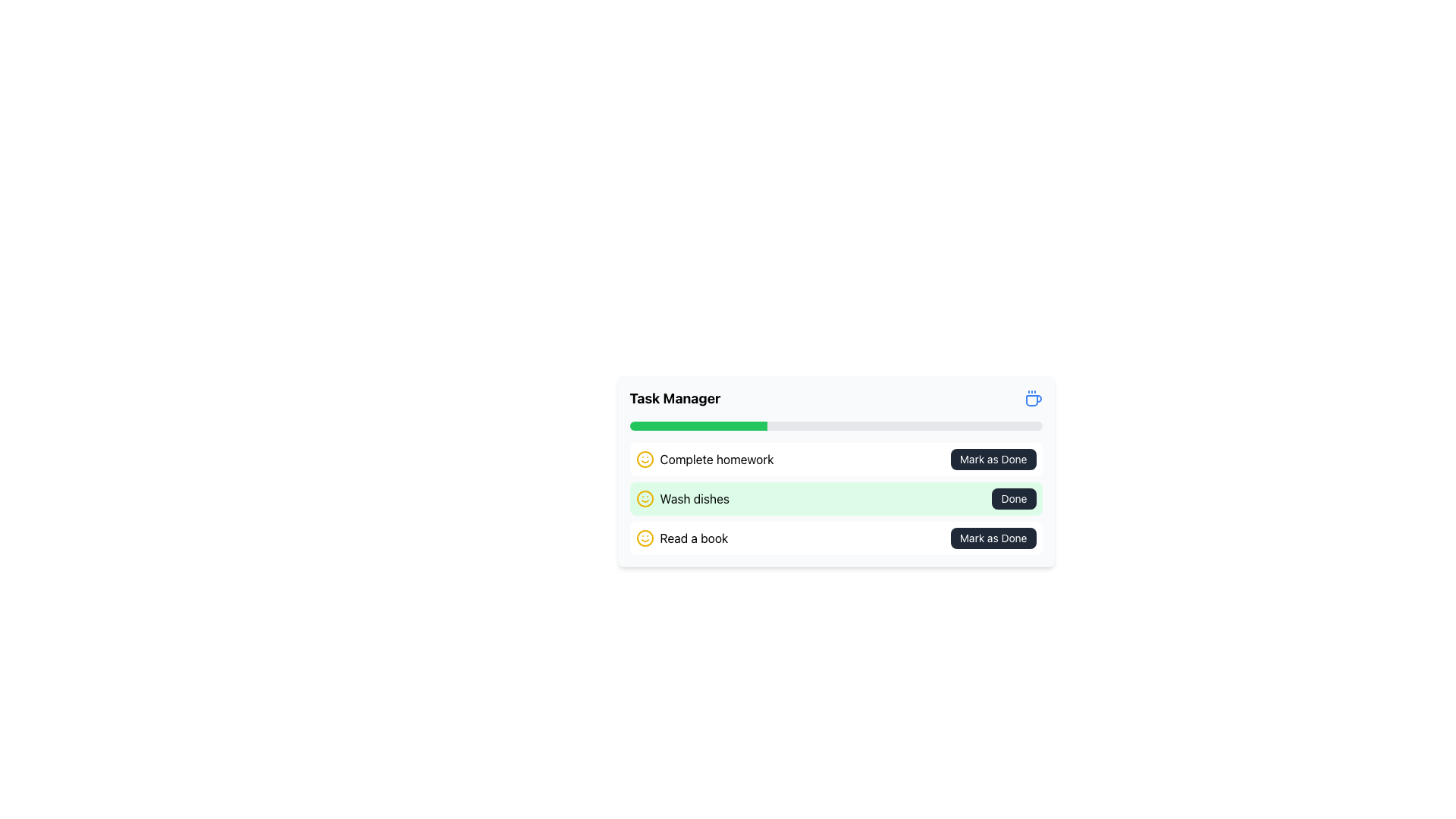  What do you see at coordinates (674, 397) in the screenshot?
I see `the bold and large 'Task Manager' static text label located in the header section of the task management interface` at bounding box center [674, 397].